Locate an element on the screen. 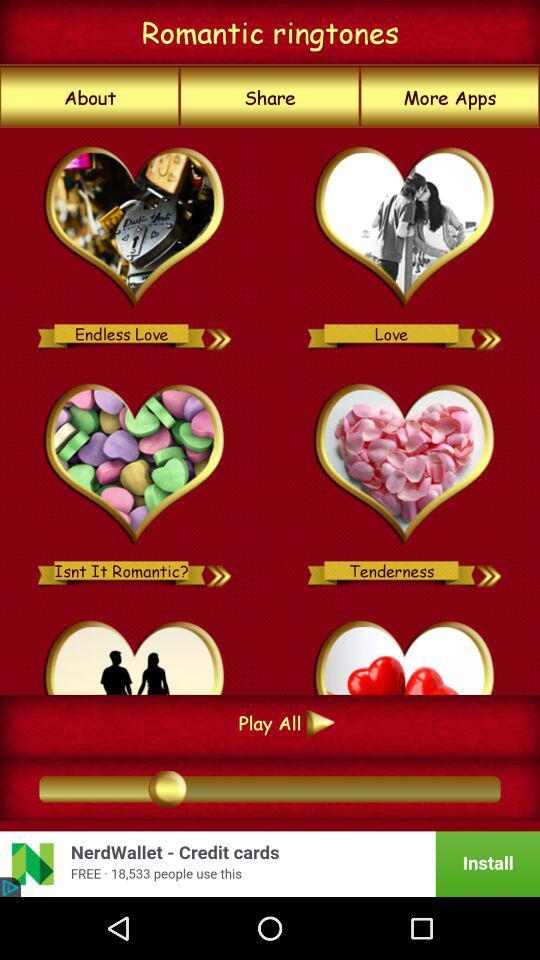  love is located at coordinates (405, 228).